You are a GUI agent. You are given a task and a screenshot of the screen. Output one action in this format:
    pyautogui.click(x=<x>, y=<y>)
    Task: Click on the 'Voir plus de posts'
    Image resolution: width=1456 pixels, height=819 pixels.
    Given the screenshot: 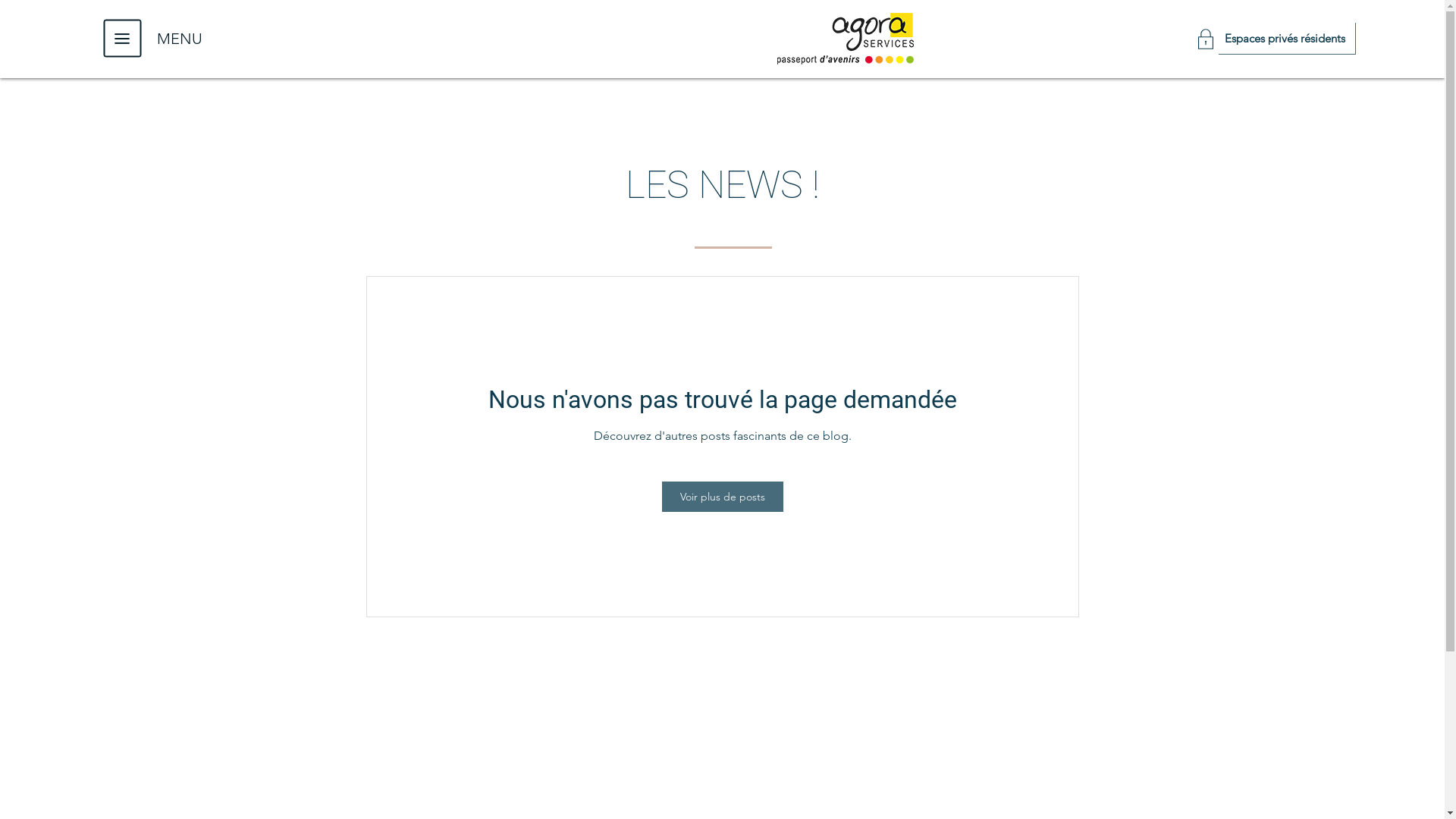 What is the action you would take?
    pyautogui.click(x=720, y=497)
    